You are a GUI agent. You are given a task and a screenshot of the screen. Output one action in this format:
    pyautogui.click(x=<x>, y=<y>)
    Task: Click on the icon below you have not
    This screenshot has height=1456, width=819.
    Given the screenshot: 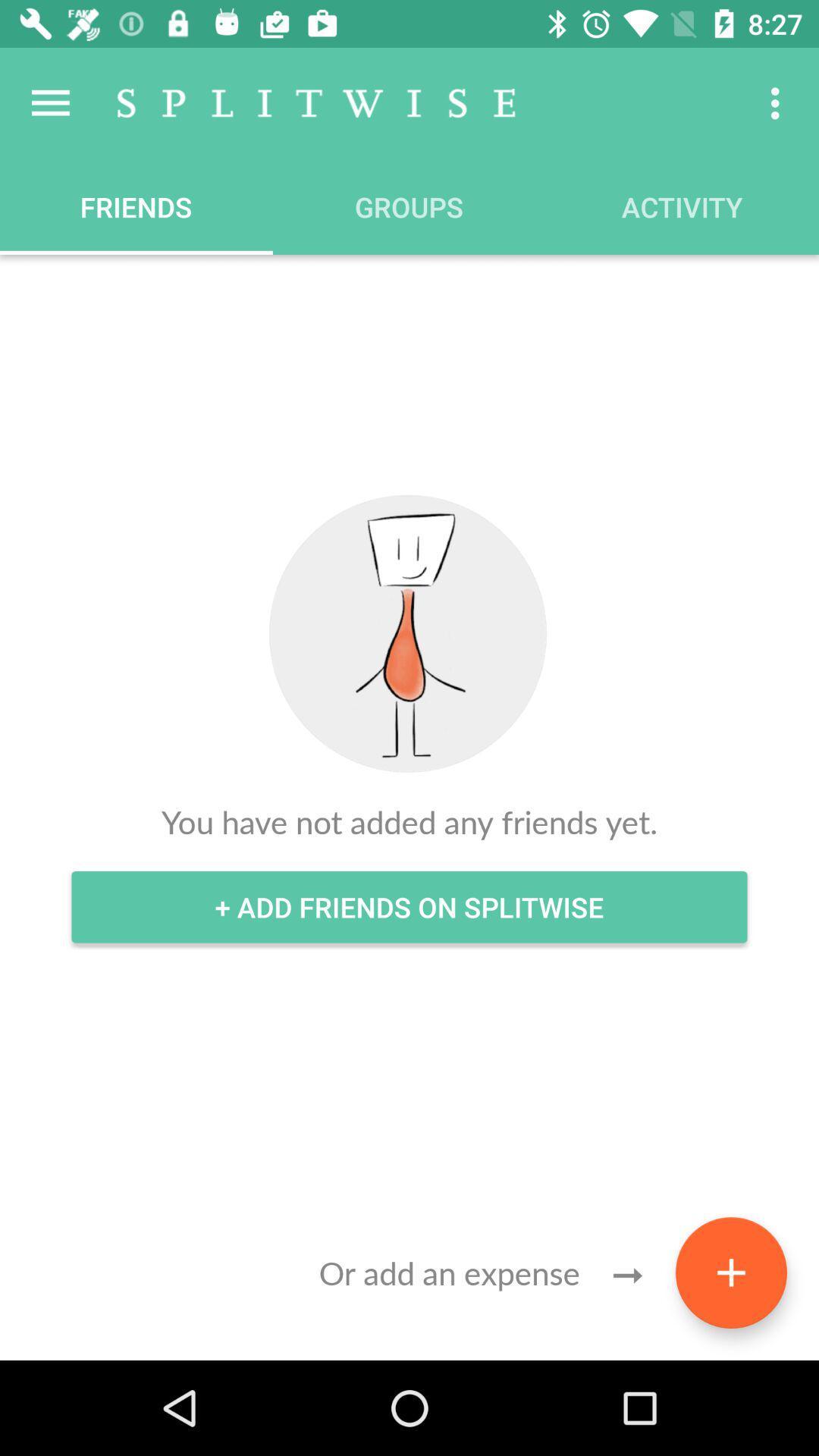 What is the action you would take?
    pyautogui.click(x=409, y=907)
    